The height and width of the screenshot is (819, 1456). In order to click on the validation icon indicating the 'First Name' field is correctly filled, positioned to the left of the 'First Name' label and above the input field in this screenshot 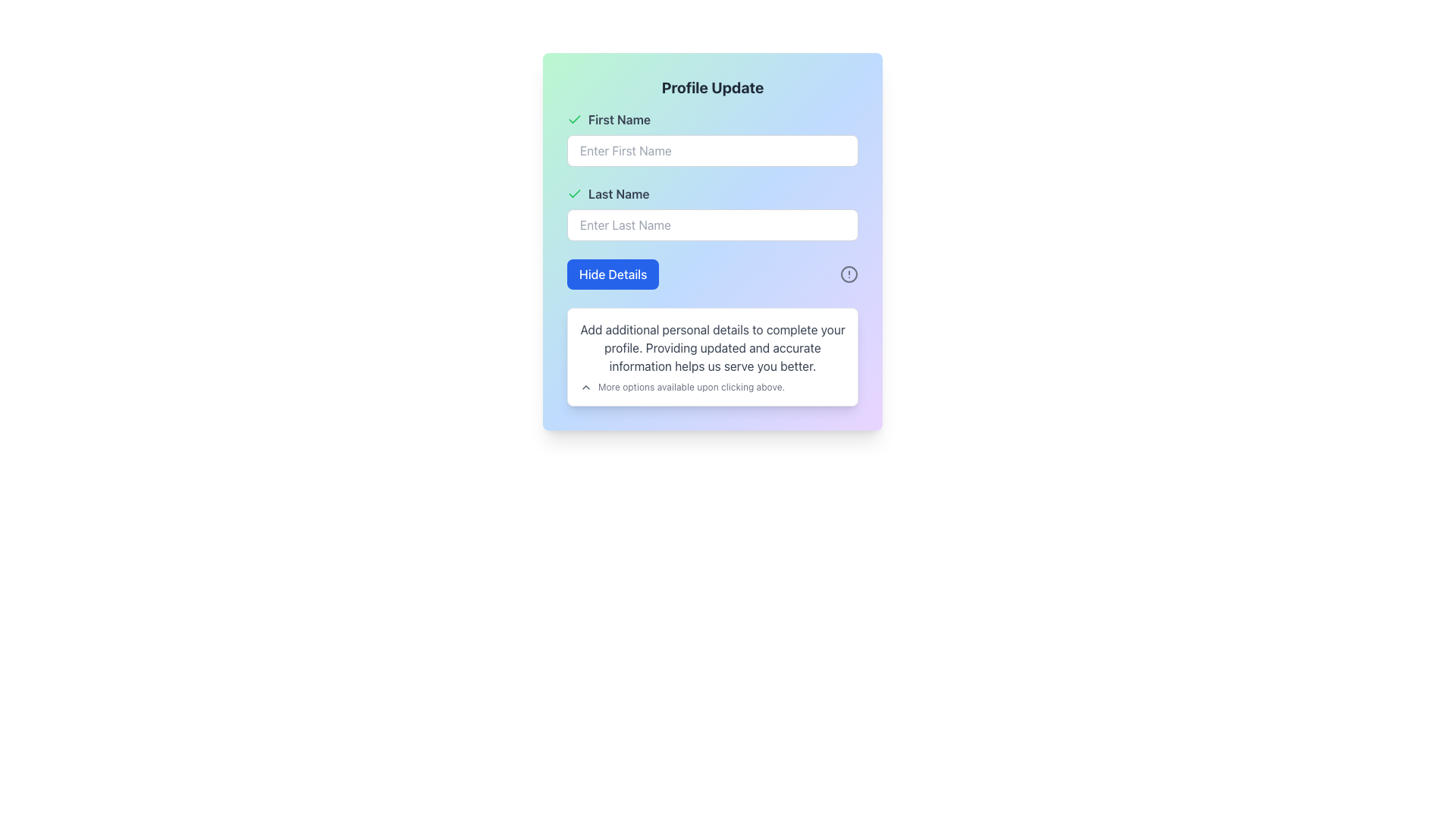, I will do `click(574, 192)`.